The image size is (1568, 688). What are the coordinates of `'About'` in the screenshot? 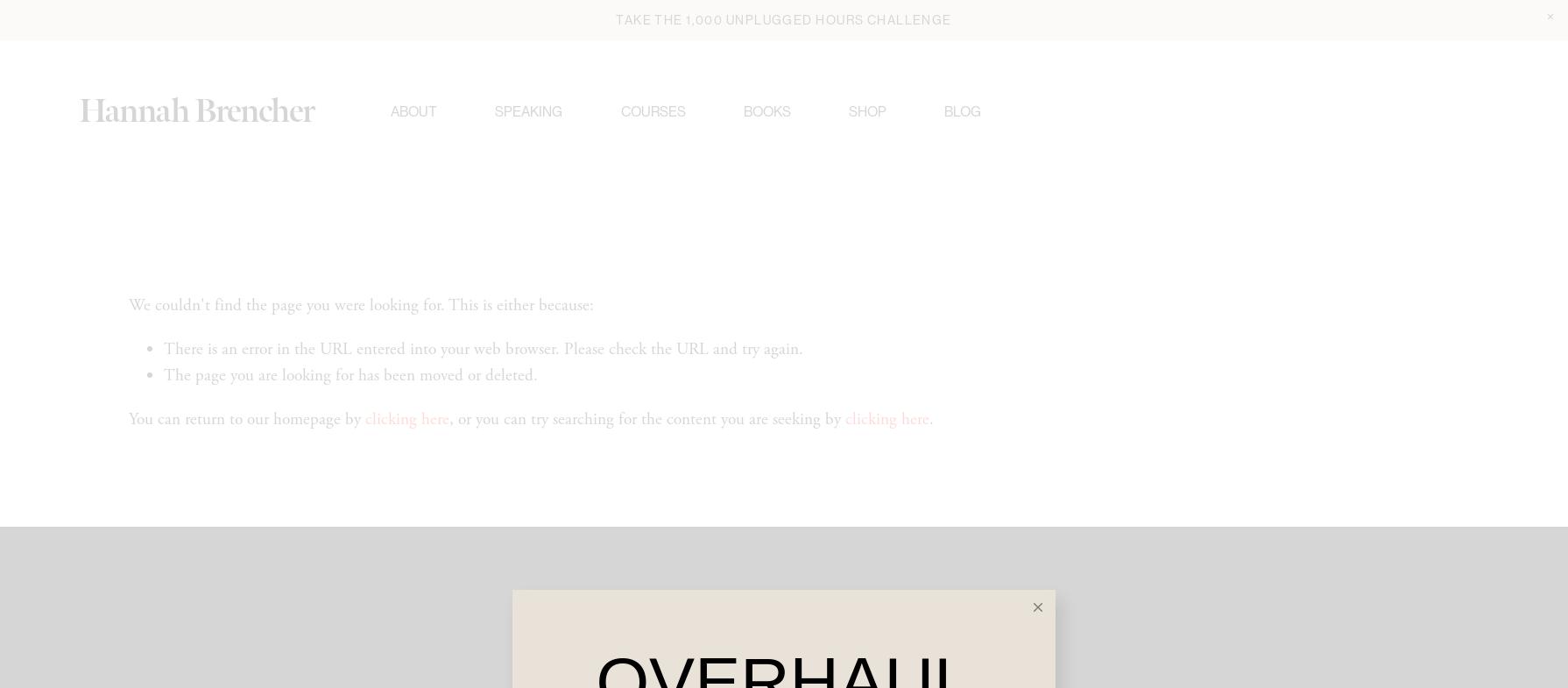 It's located at (413, 112).